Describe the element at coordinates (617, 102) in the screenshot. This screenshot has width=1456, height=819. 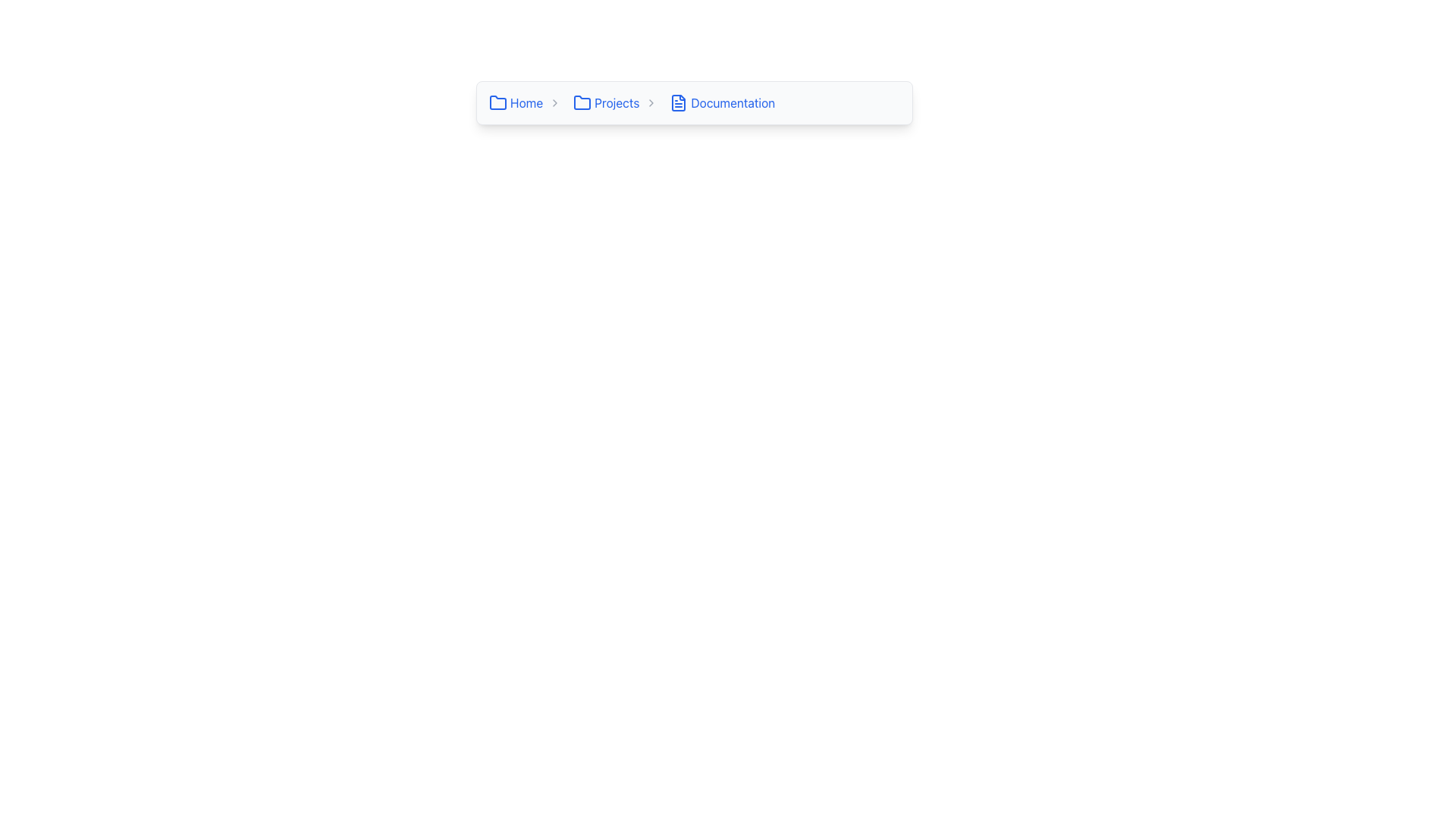
I see `the 'Projects' text link, which is a blue underlined text in the breadcrumb navigation, located between 'Home' and 'Documentation'` at that location.